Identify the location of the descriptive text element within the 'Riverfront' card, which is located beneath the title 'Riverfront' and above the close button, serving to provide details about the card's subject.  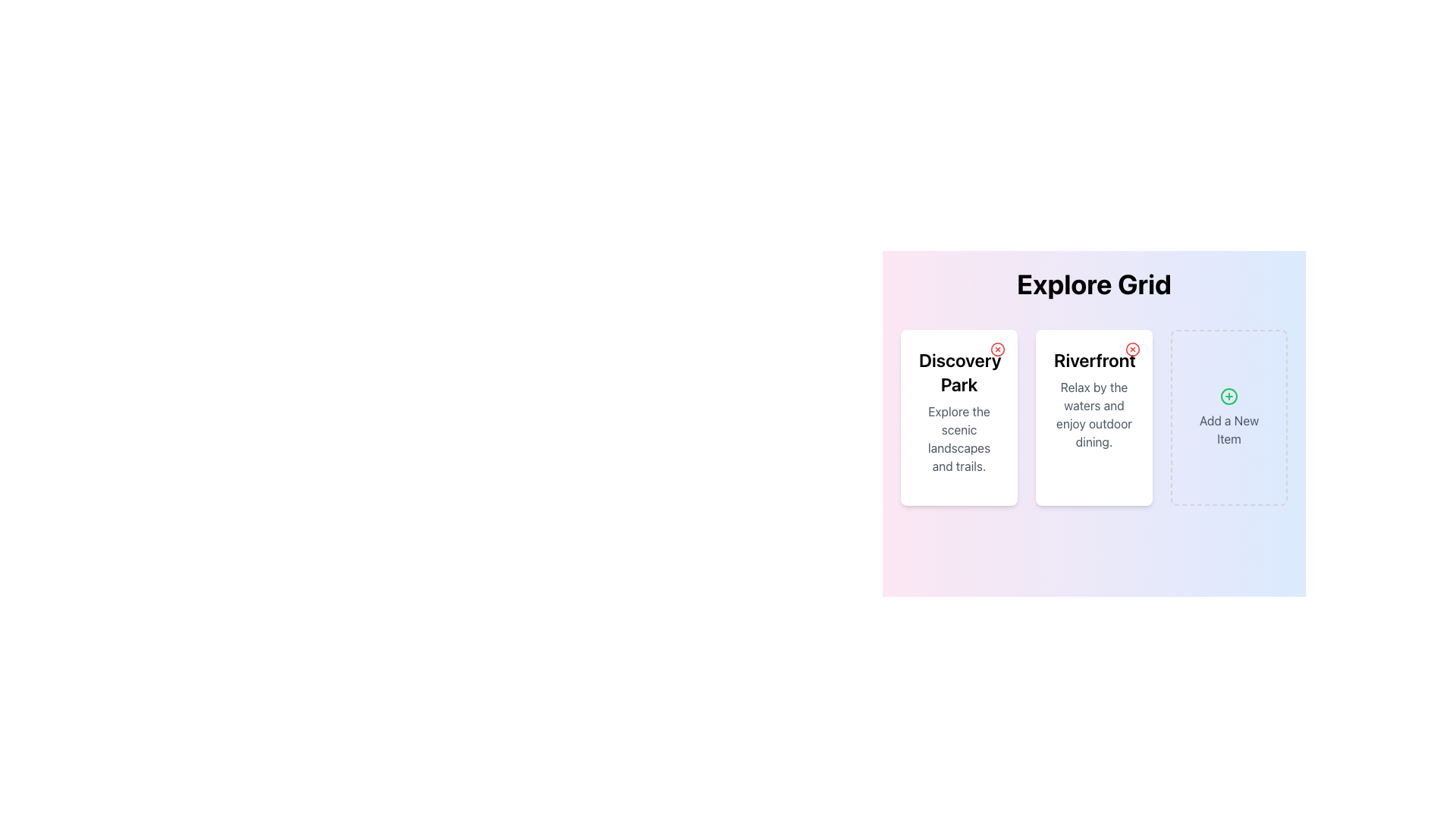
(1094, 415).